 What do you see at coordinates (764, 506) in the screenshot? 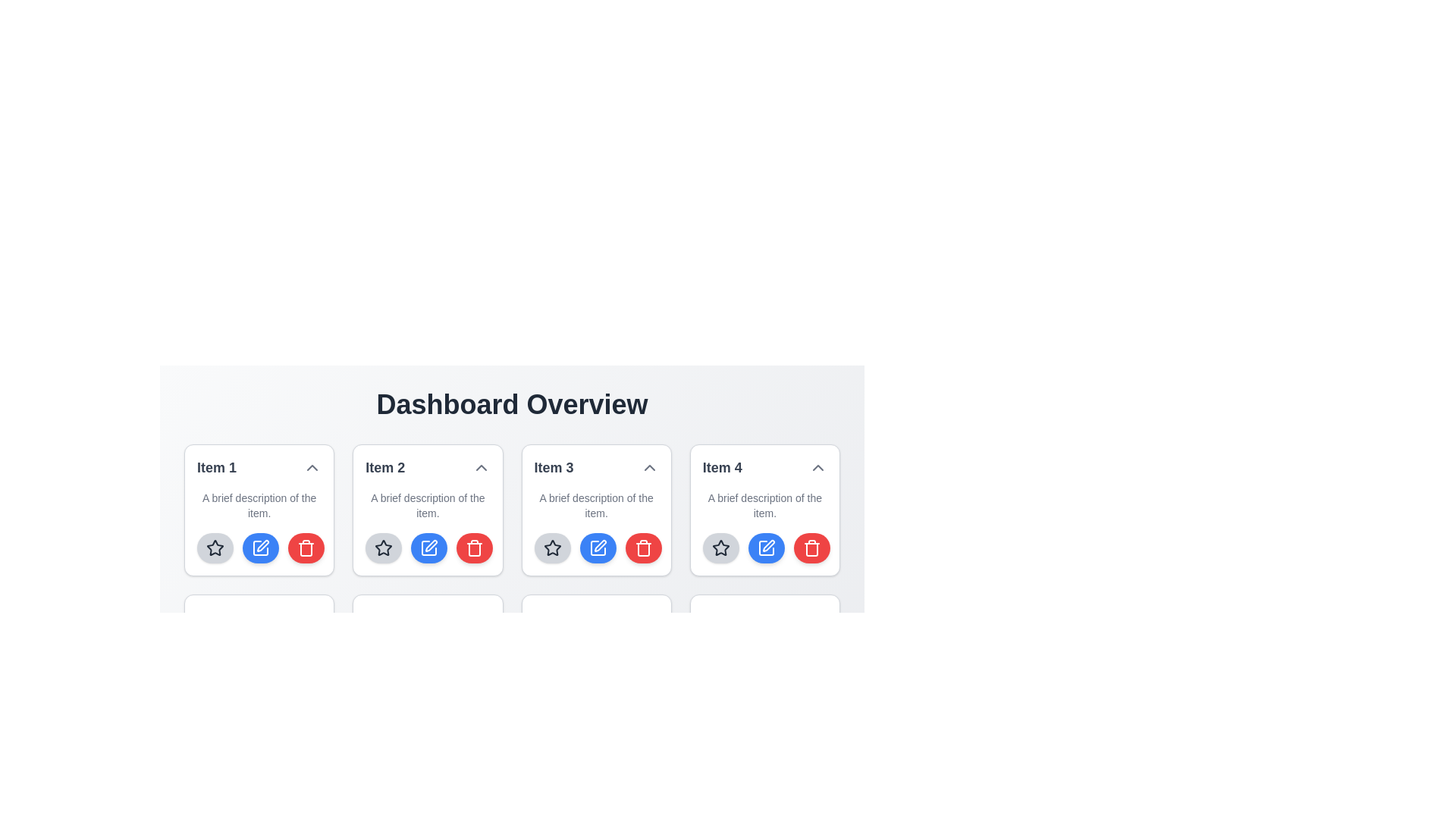
I see `the static text element providing a description for 'Item 4' located within the card layout, positioned below the title section and above the action buttons` at bounding box center [764, 506].